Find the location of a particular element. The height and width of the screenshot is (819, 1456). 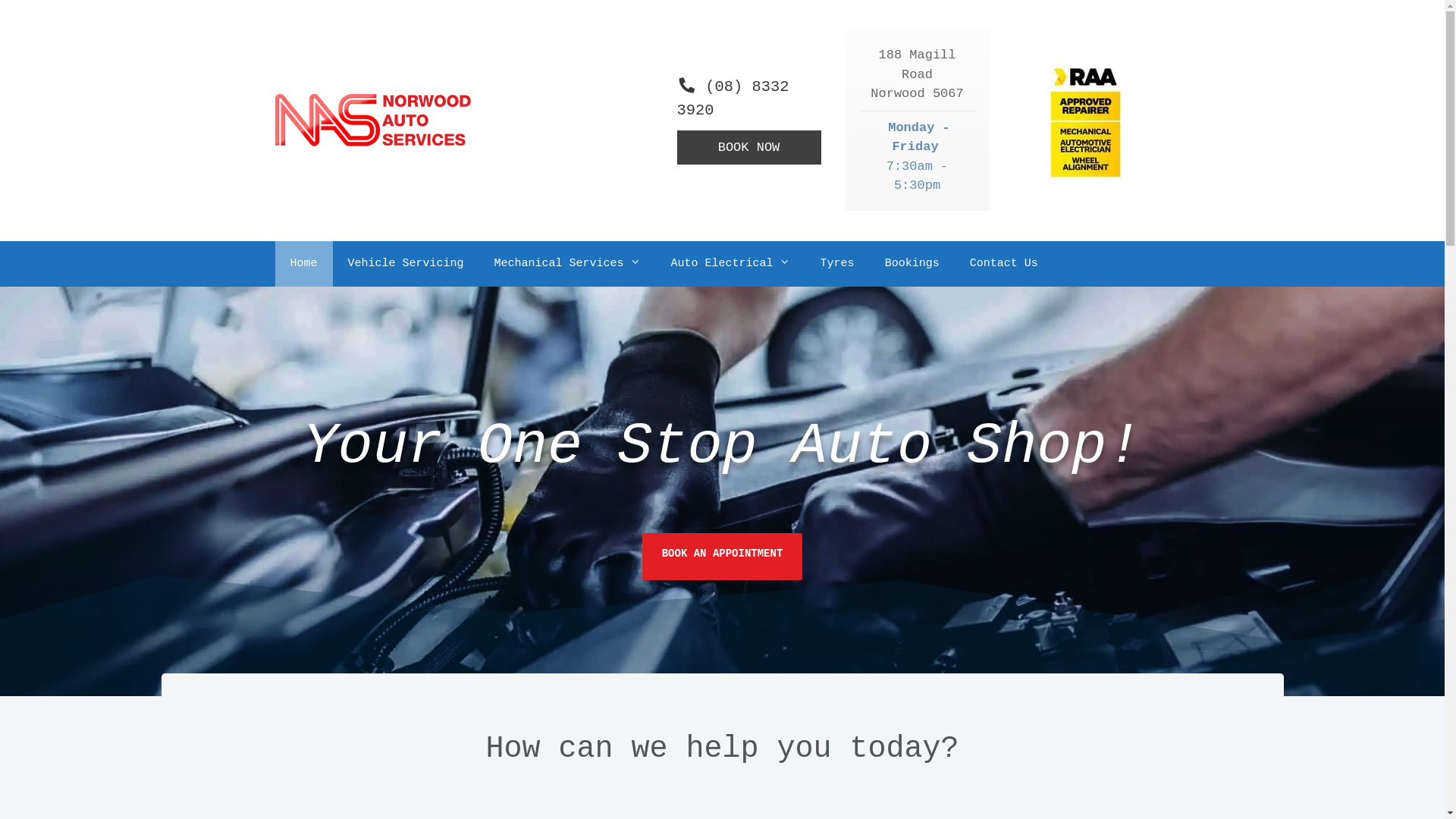

'(08) 8332 3920' is located at coordinates (748, 99).